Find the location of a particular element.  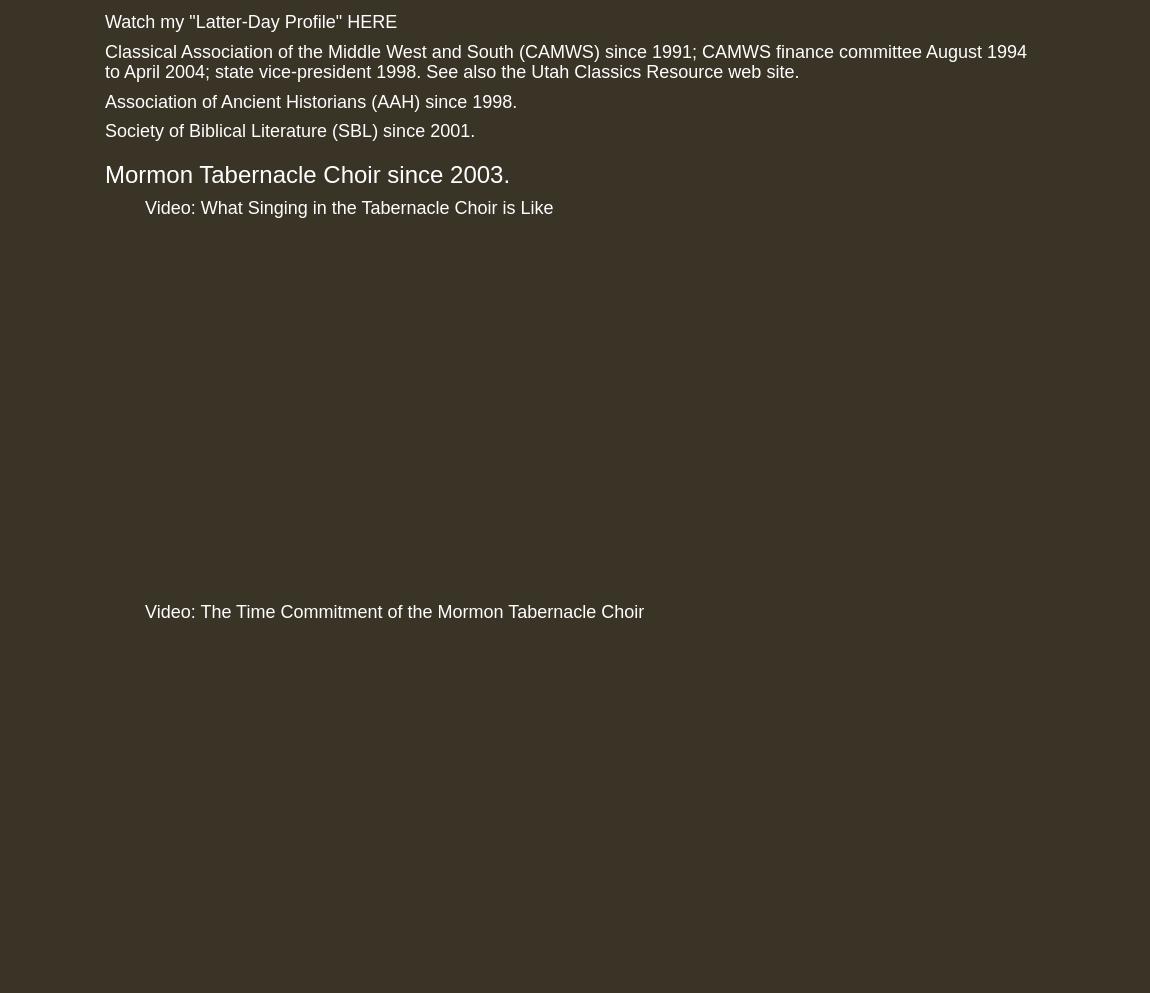

'Association of Ancient Historians' is located at coordinates (234, 99).